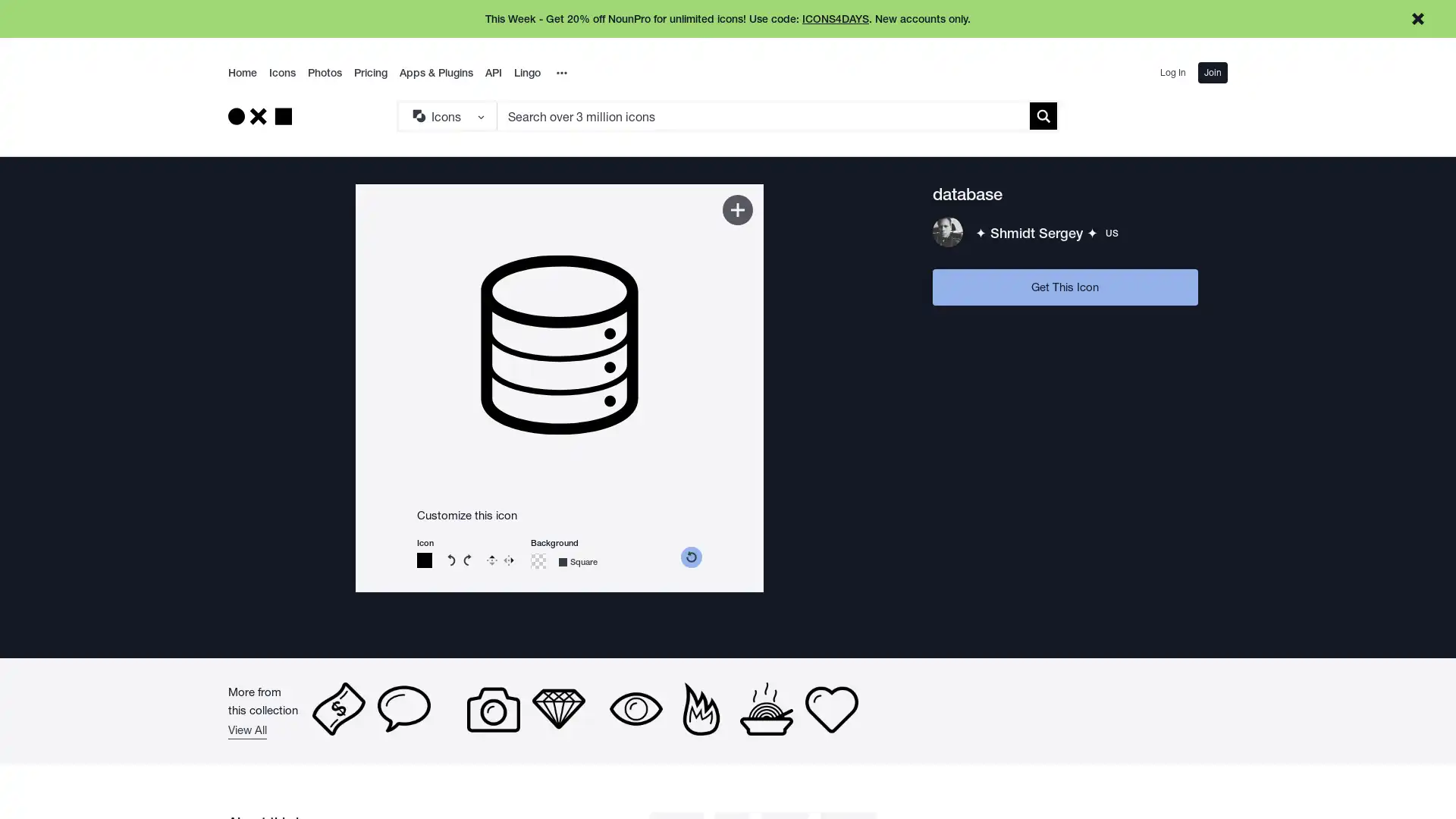 The height and width of the screenshot is (819, 1456). Describe the element at coordinates (1063, 287) in the screenshot. I see `Get This Icon` at that location.